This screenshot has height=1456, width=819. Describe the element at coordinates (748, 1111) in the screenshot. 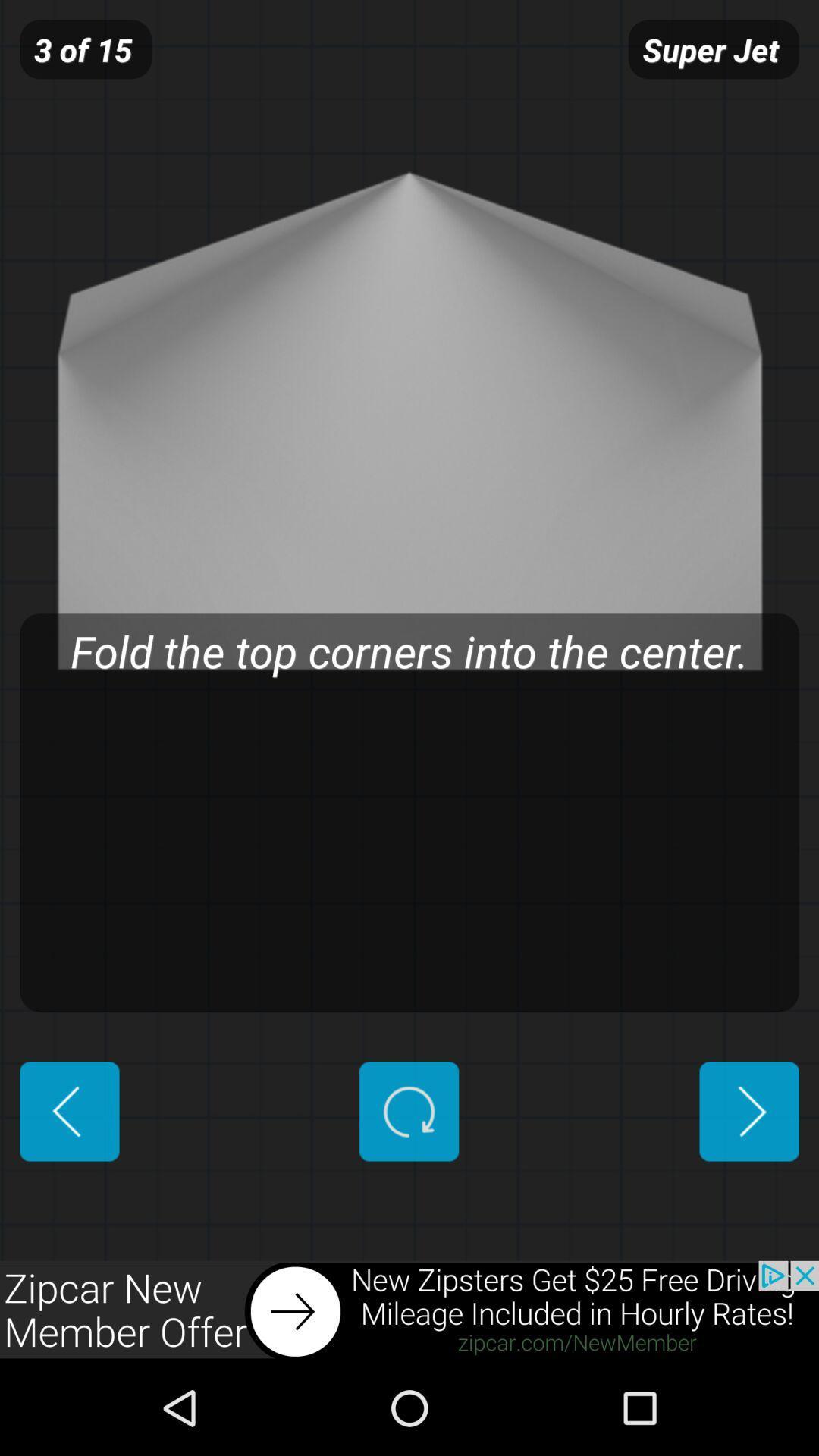

I see `advance next` at that location.